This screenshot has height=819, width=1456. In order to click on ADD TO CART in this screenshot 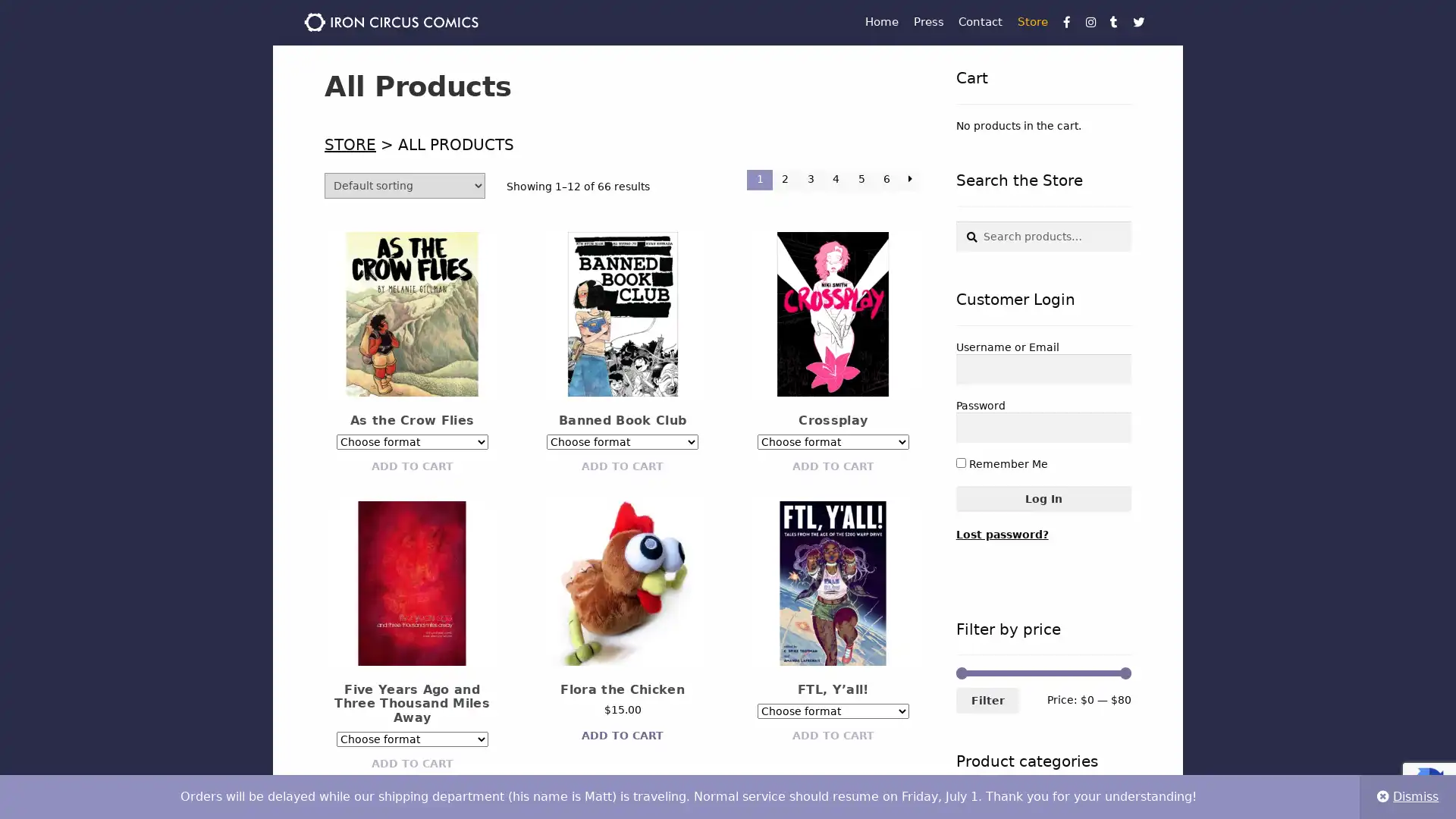, I will do `click(832, 734)`.